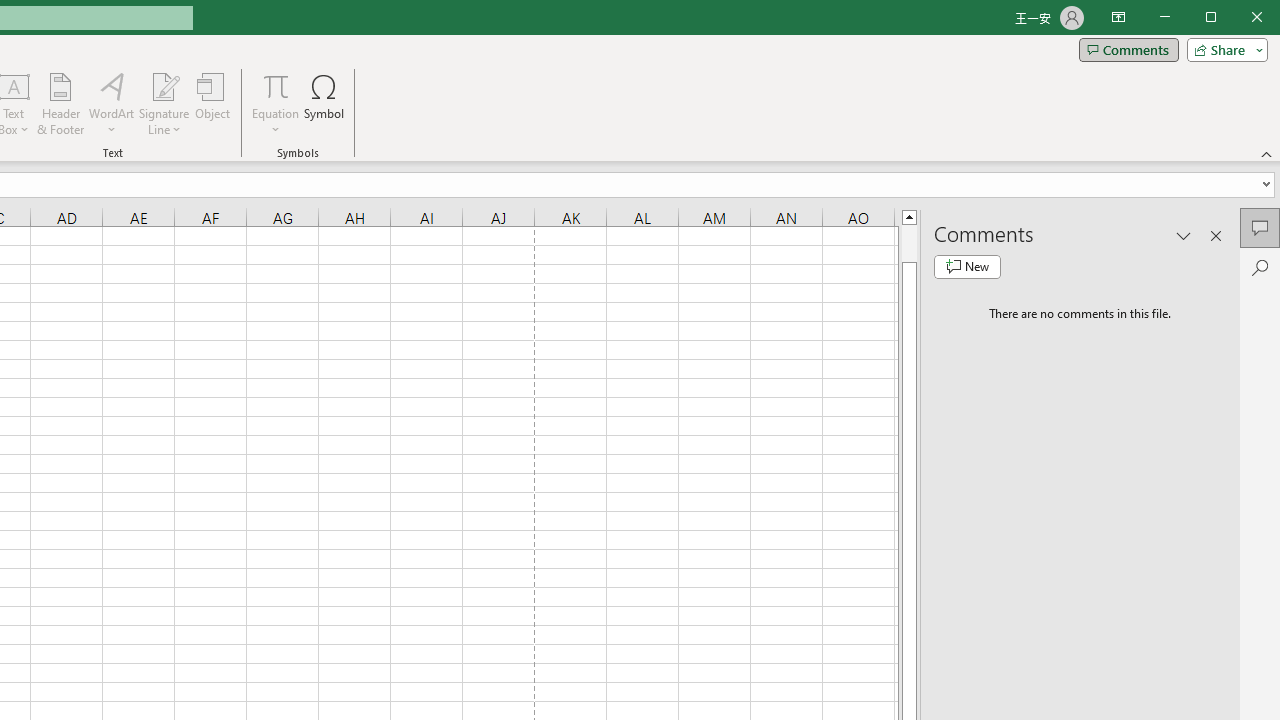  I want to click on 'Object...', so click(213, 104).